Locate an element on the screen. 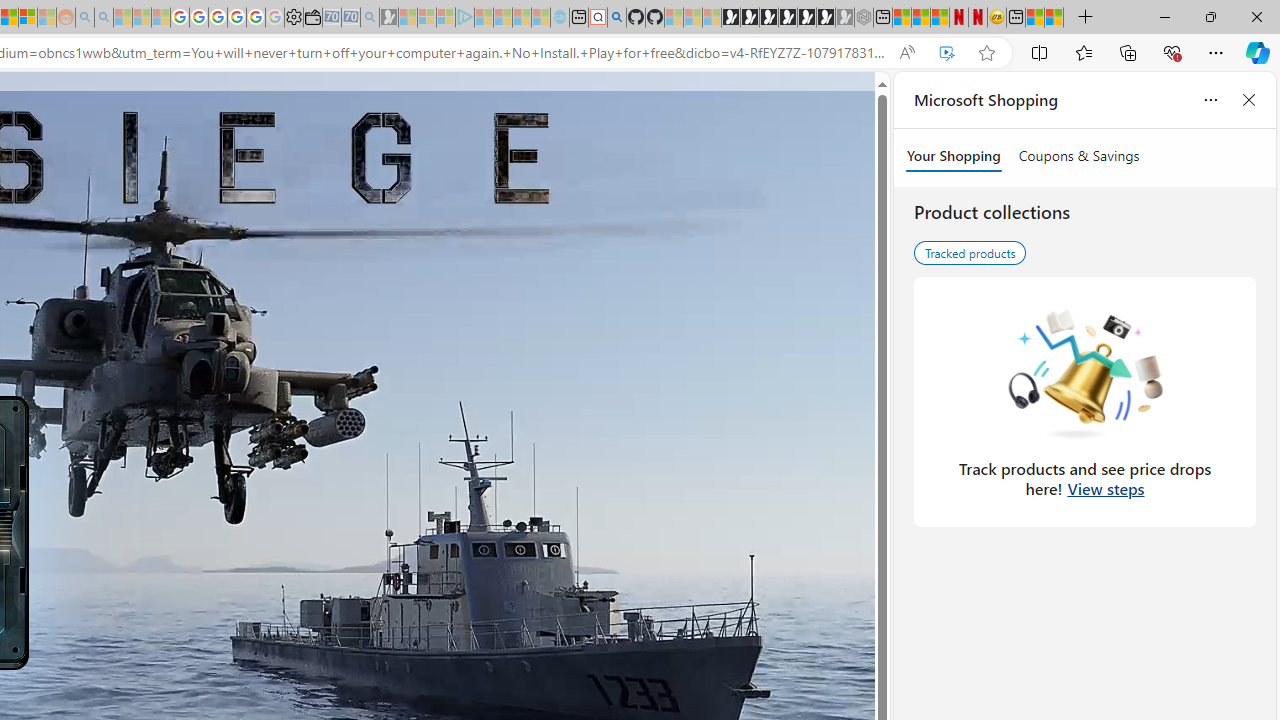 The height and width of the screenshot is (720, 1280). 'Play Cave FRVR in your browser | Games from Microsoft Start' is located at coordinates (768, 17).